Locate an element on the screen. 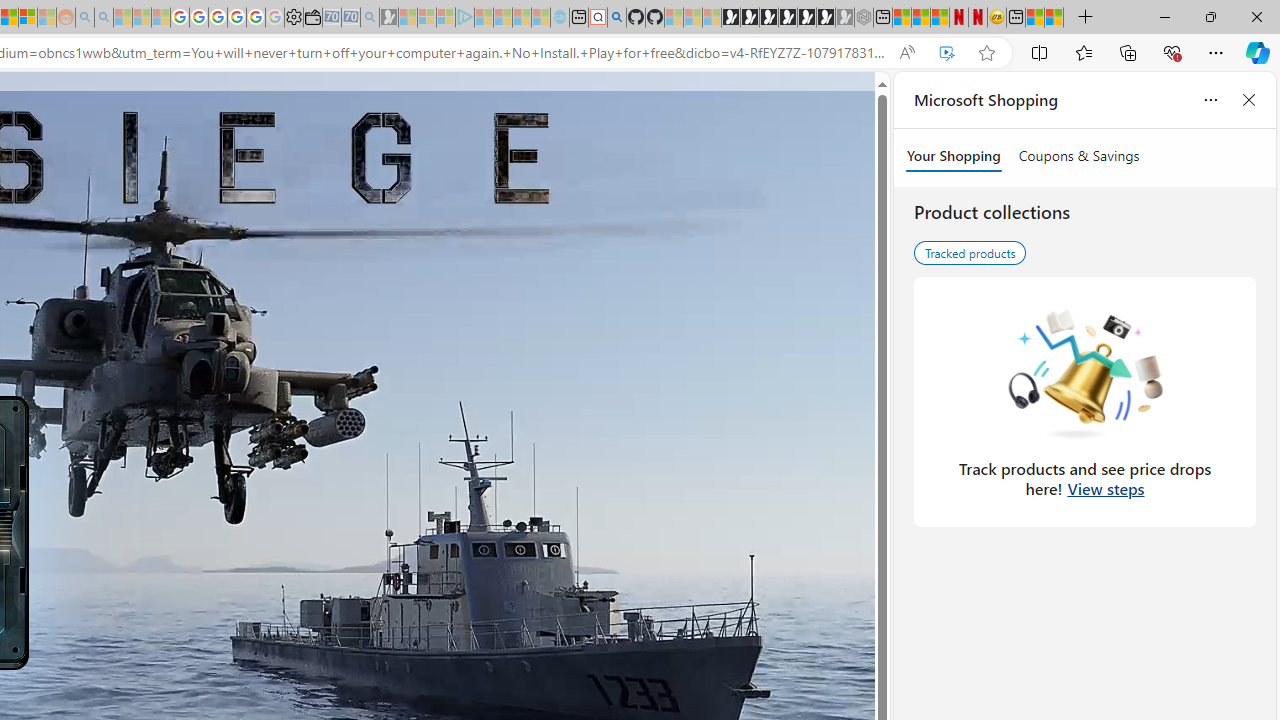 The height and width of the screenshot is (720, 1280). 'Play Cave FRVR in your browser | Games from Microsoft Start' is located at coordinates (768, 17).